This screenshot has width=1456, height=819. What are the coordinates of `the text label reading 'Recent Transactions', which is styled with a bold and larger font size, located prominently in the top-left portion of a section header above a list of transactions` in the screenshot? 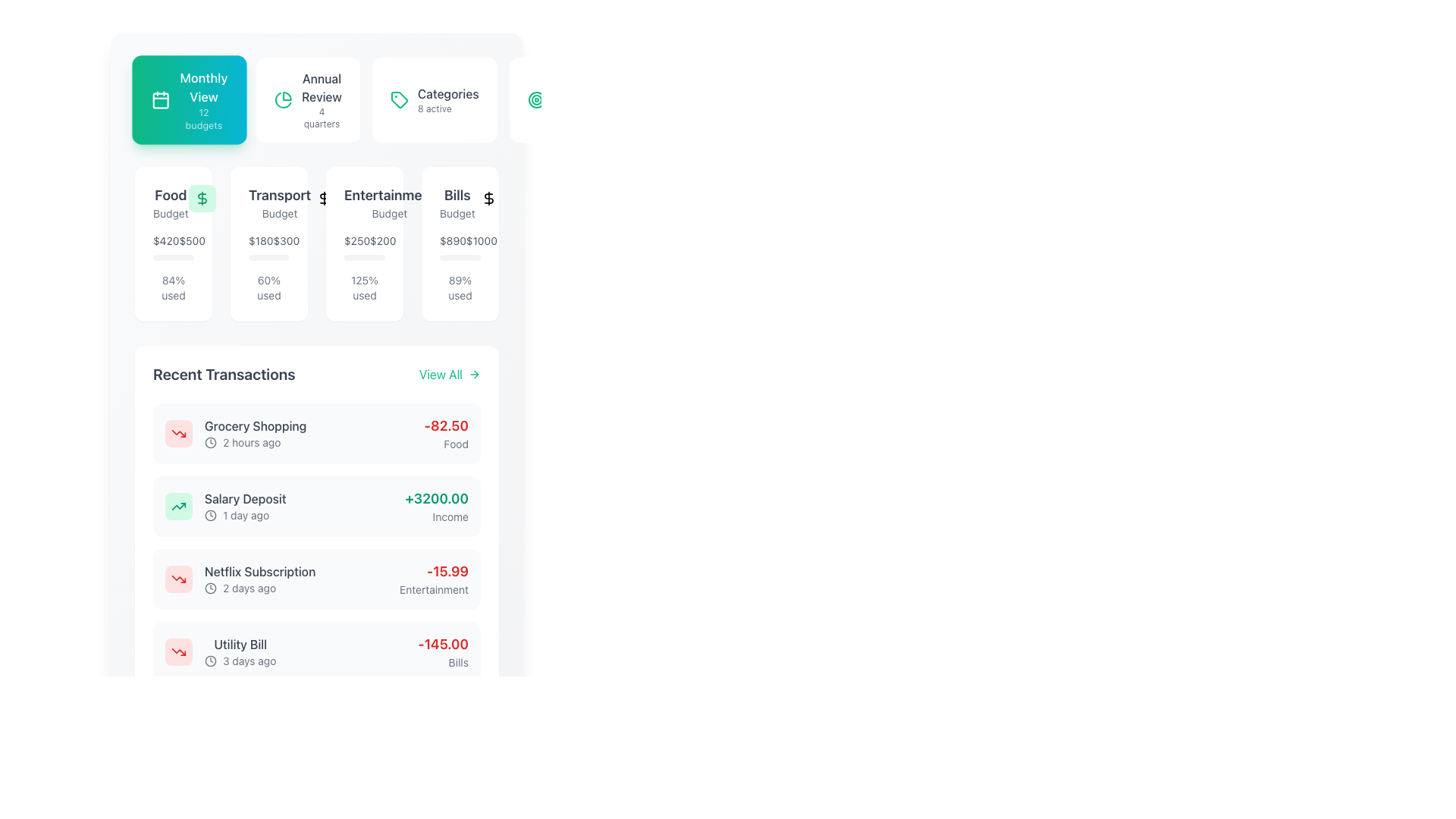 It's located at (223, 374).